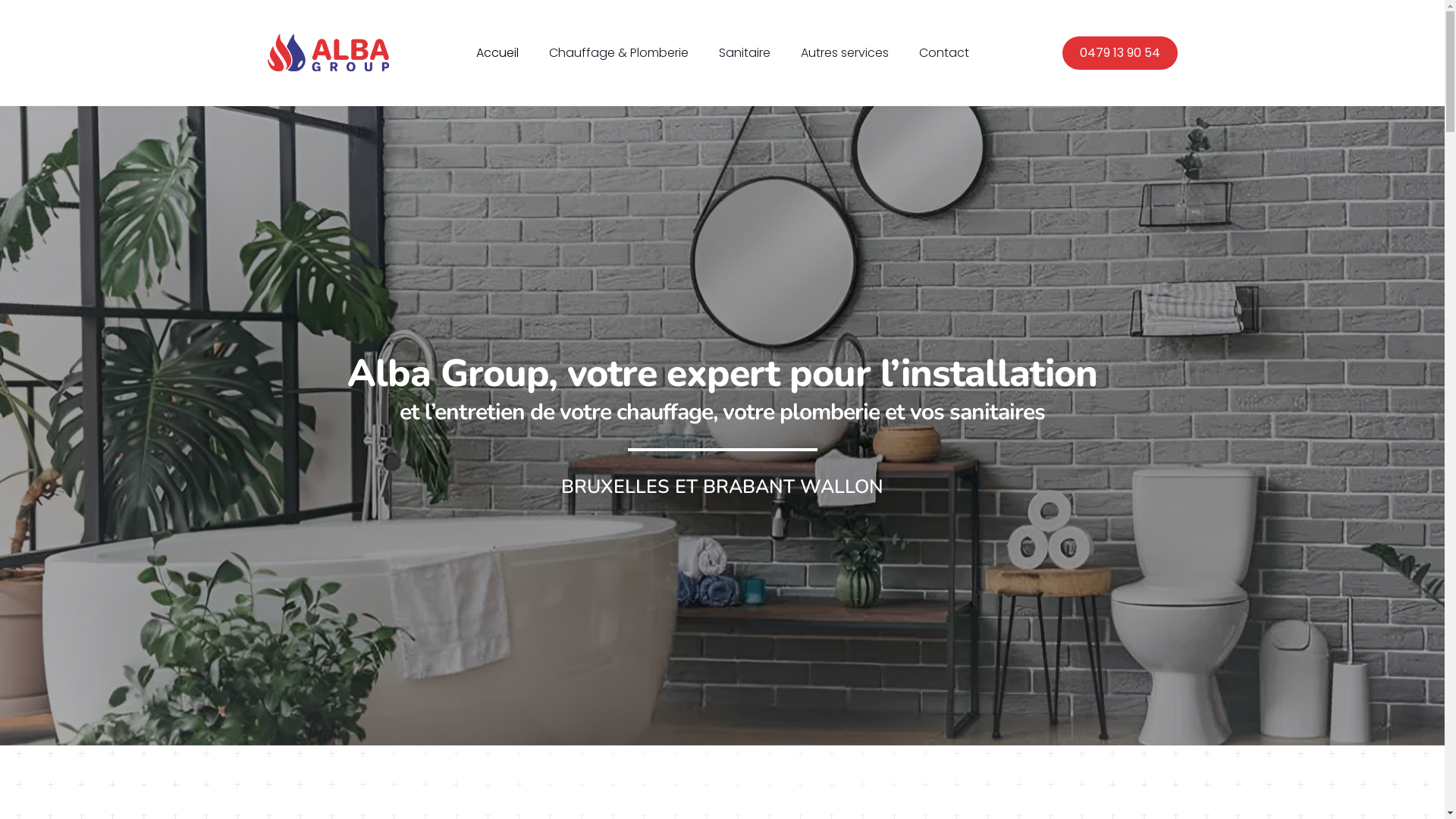  I want to click on 'Chauffage & Plomberie', so click(619, 52).